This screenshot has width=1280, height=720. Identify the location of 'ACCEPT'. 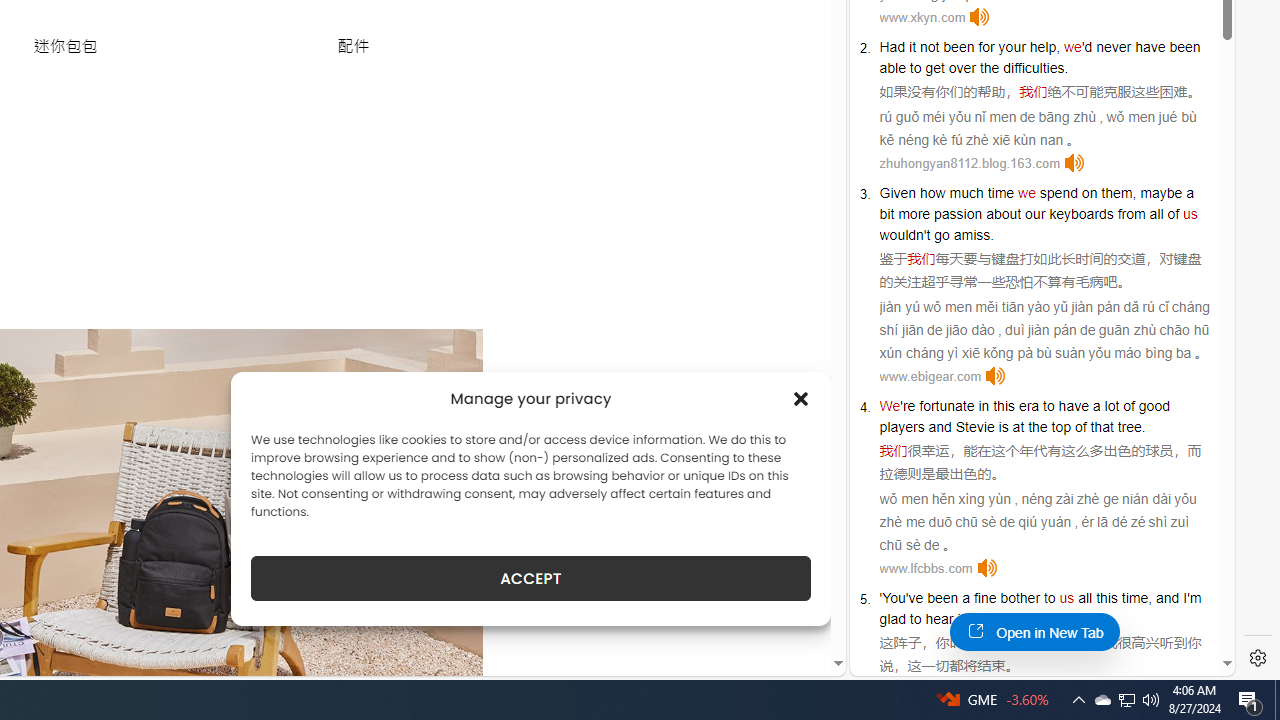
(531, 578).